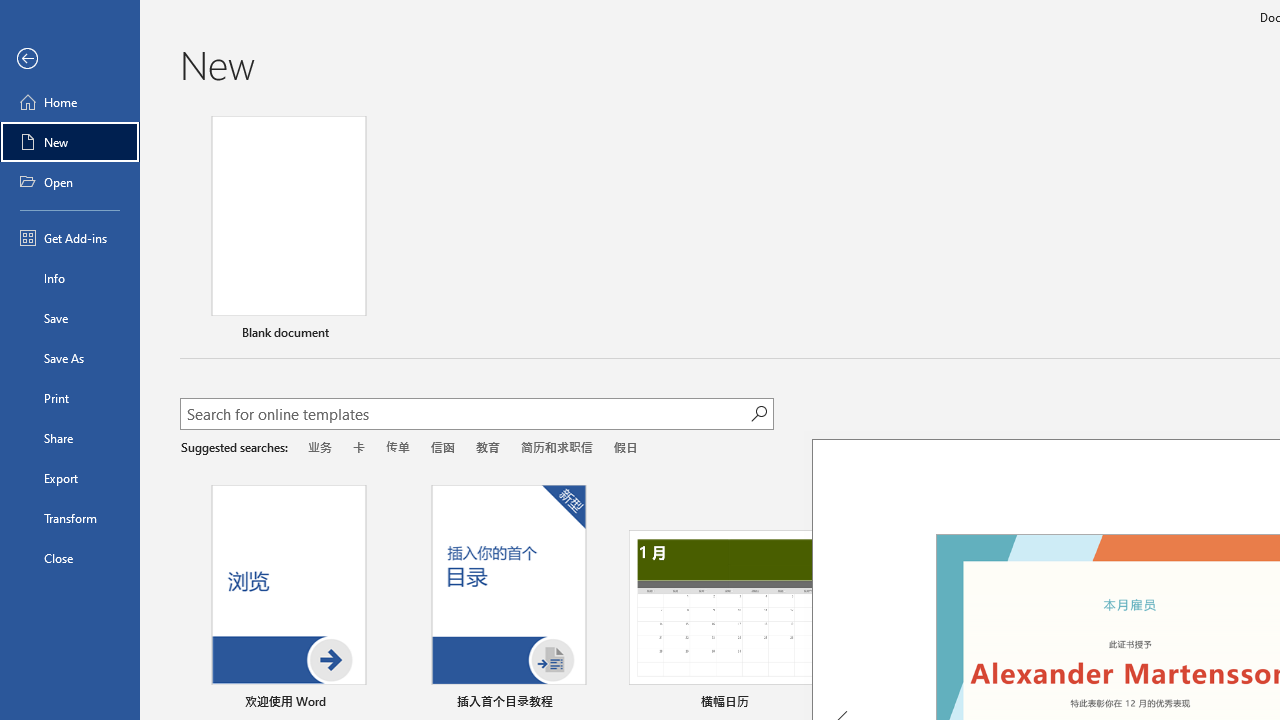  I want to click on 'Get Add-ins', so click(69, 236).